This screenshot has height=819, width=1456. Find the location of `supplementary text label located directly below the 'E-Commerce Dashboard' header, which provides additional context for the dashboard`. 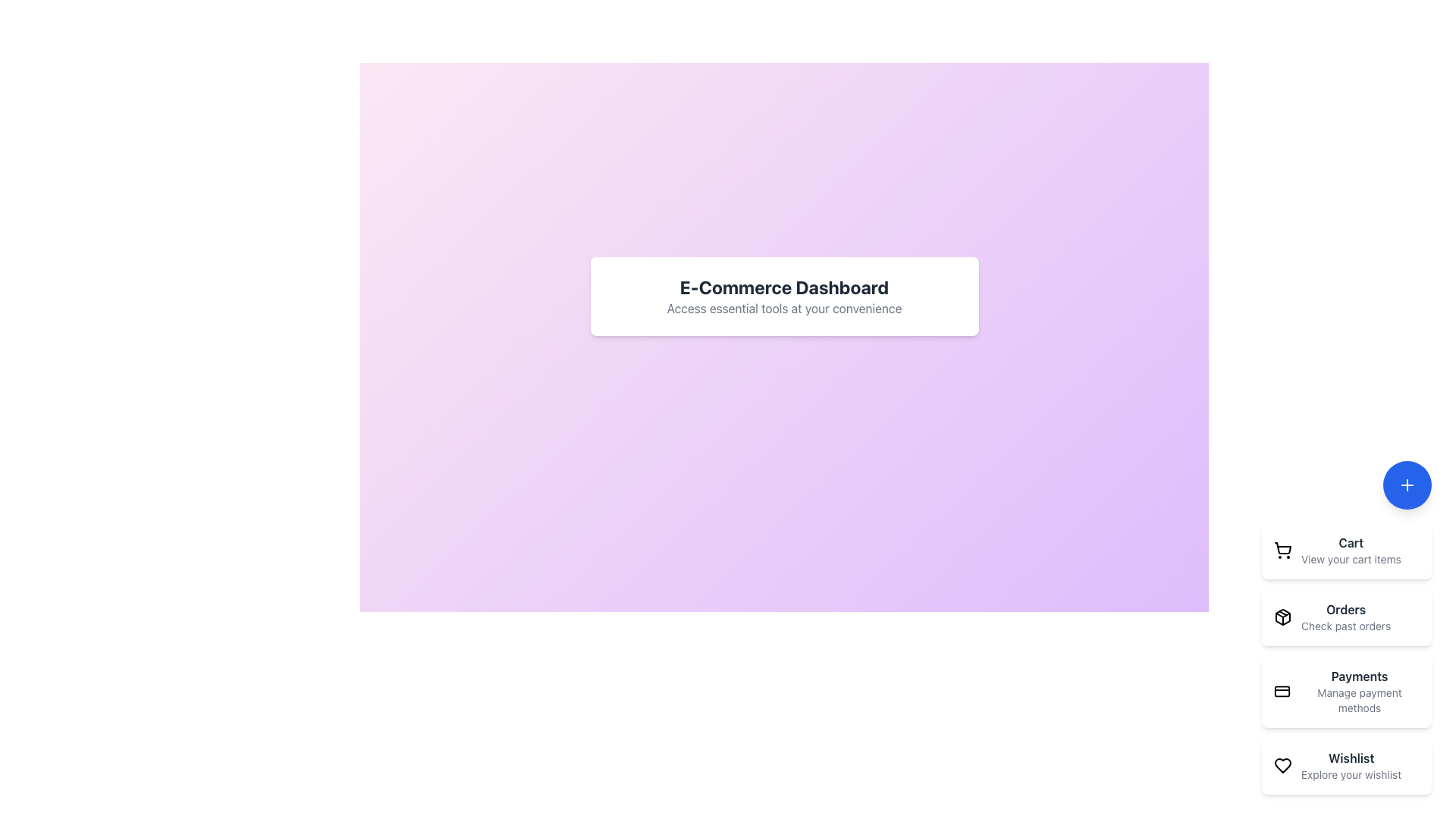

supplementary text label located directly below the 'E-Commerce Dashboard' header, which provides additional context for the dashboard is located at coordinates (784, 308).